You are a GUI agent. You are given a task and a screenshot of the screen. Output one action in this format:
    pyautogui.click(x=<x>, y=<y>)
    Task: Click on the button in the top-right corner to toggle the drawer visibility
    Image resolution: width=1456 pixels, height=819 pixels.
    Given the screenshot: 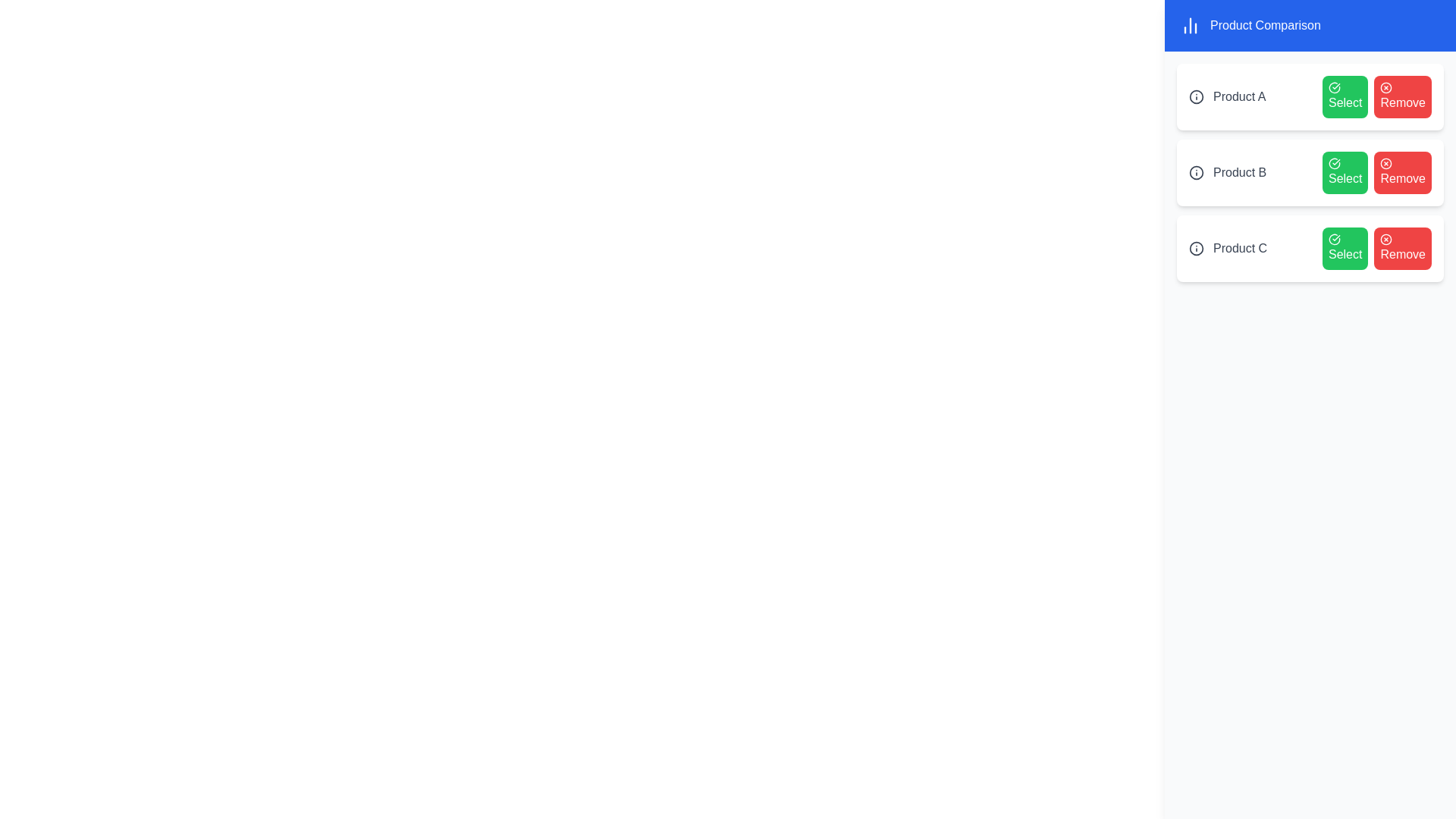 What is the action you would take?
    pyautogui.click(x=1405, y=40)
    